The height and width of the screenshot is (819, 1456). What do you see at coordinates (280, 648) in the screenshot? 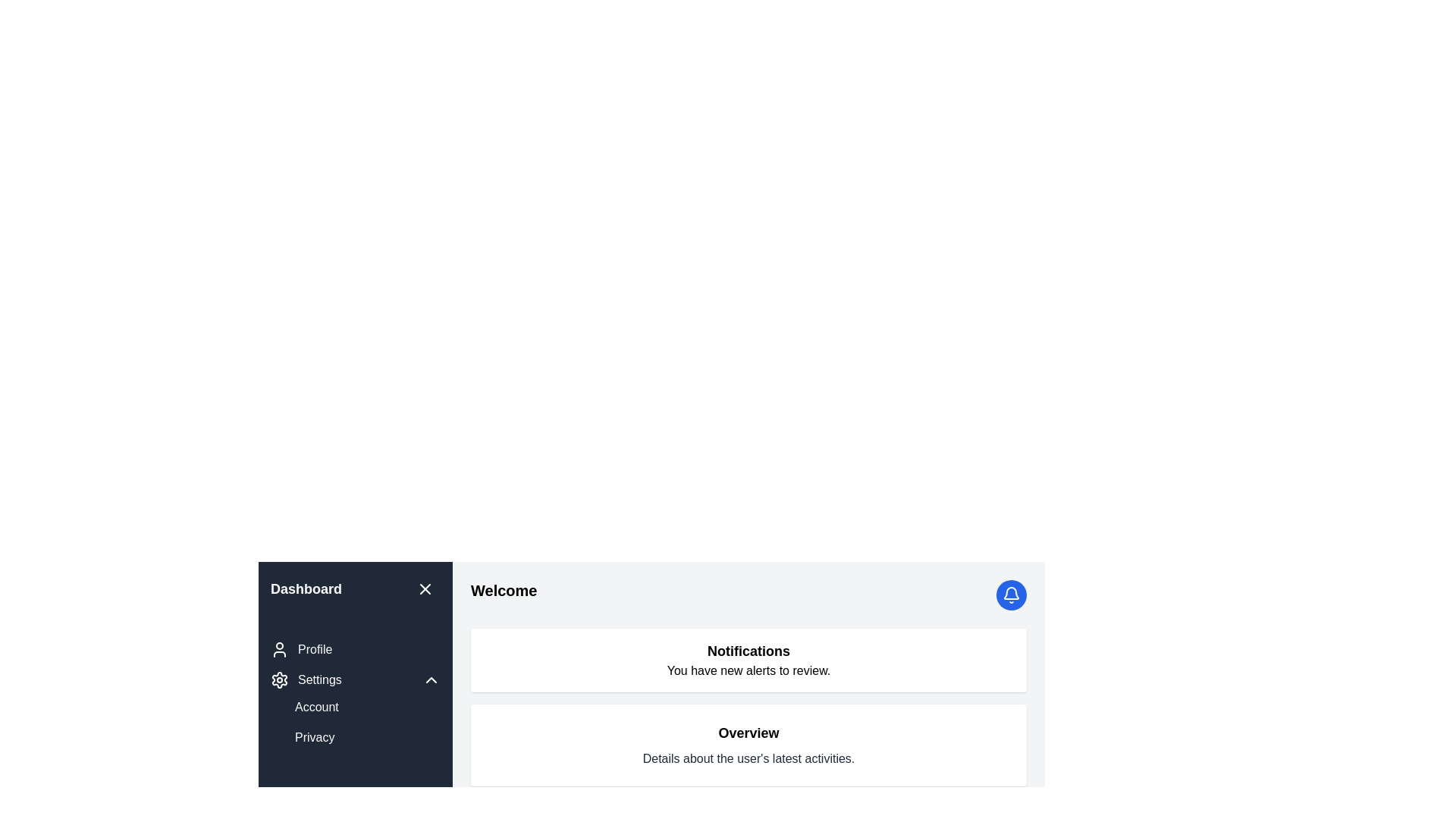
I see `the user-profile SVG icon located in the left-hand vertical navigation menu, adjacent to the 'Profile' text label` at bounding box center [280, 648].